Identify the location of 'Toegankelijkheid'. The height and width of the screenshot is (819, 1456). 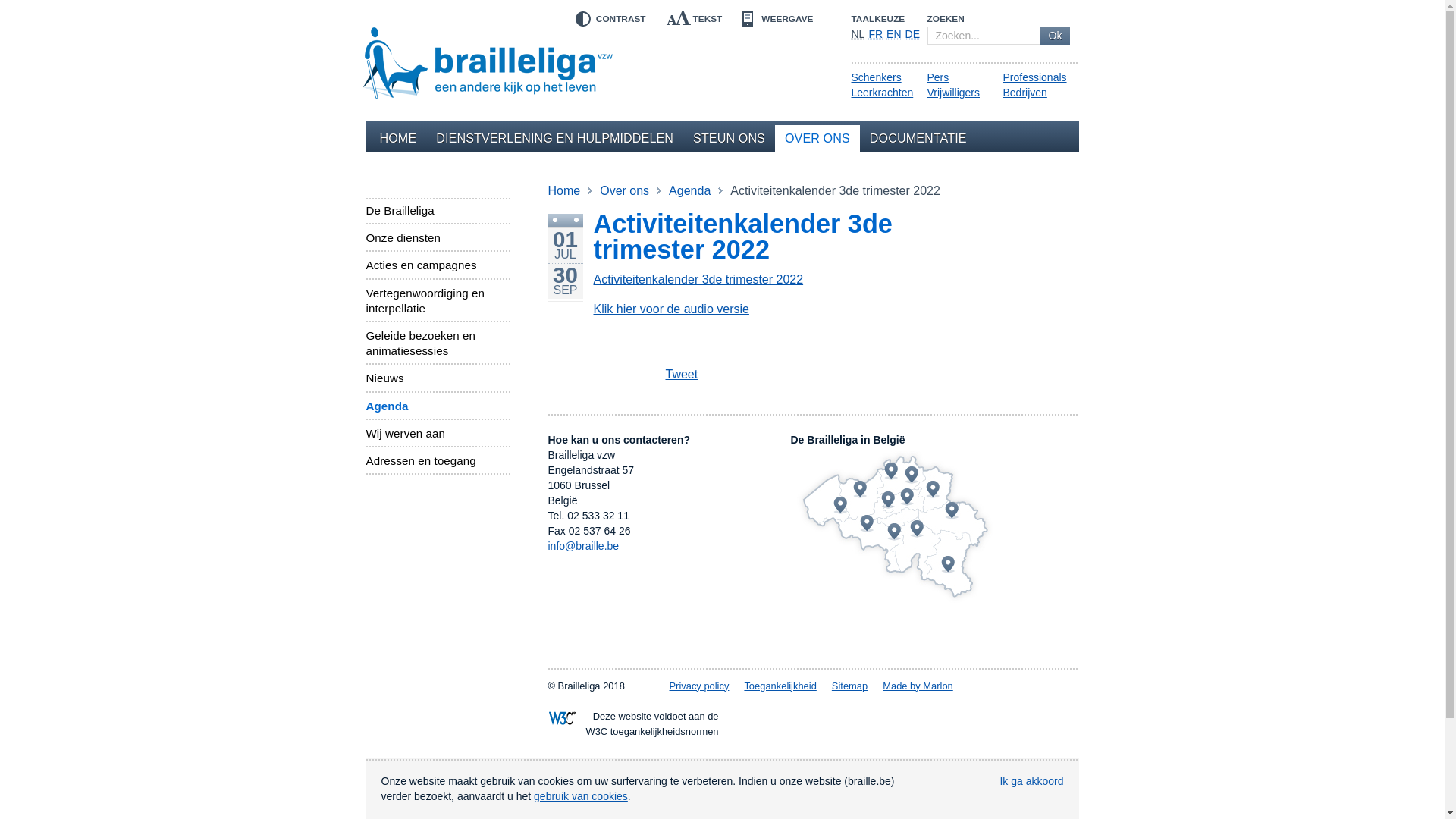
(780, 686).